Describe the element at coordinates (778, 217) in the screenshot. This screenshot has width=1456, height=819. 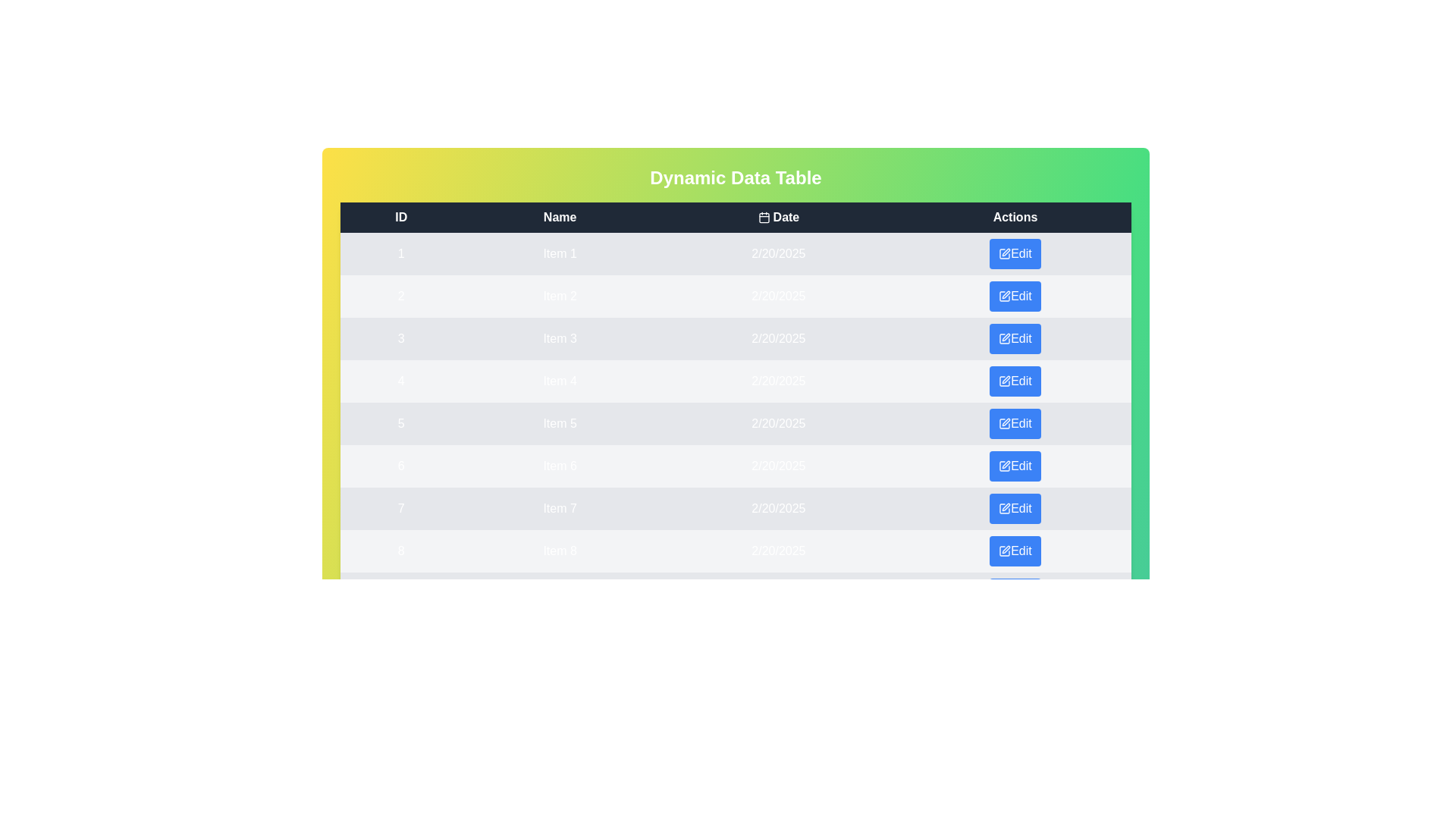
I see `the header to sort the column by Date` at that location.